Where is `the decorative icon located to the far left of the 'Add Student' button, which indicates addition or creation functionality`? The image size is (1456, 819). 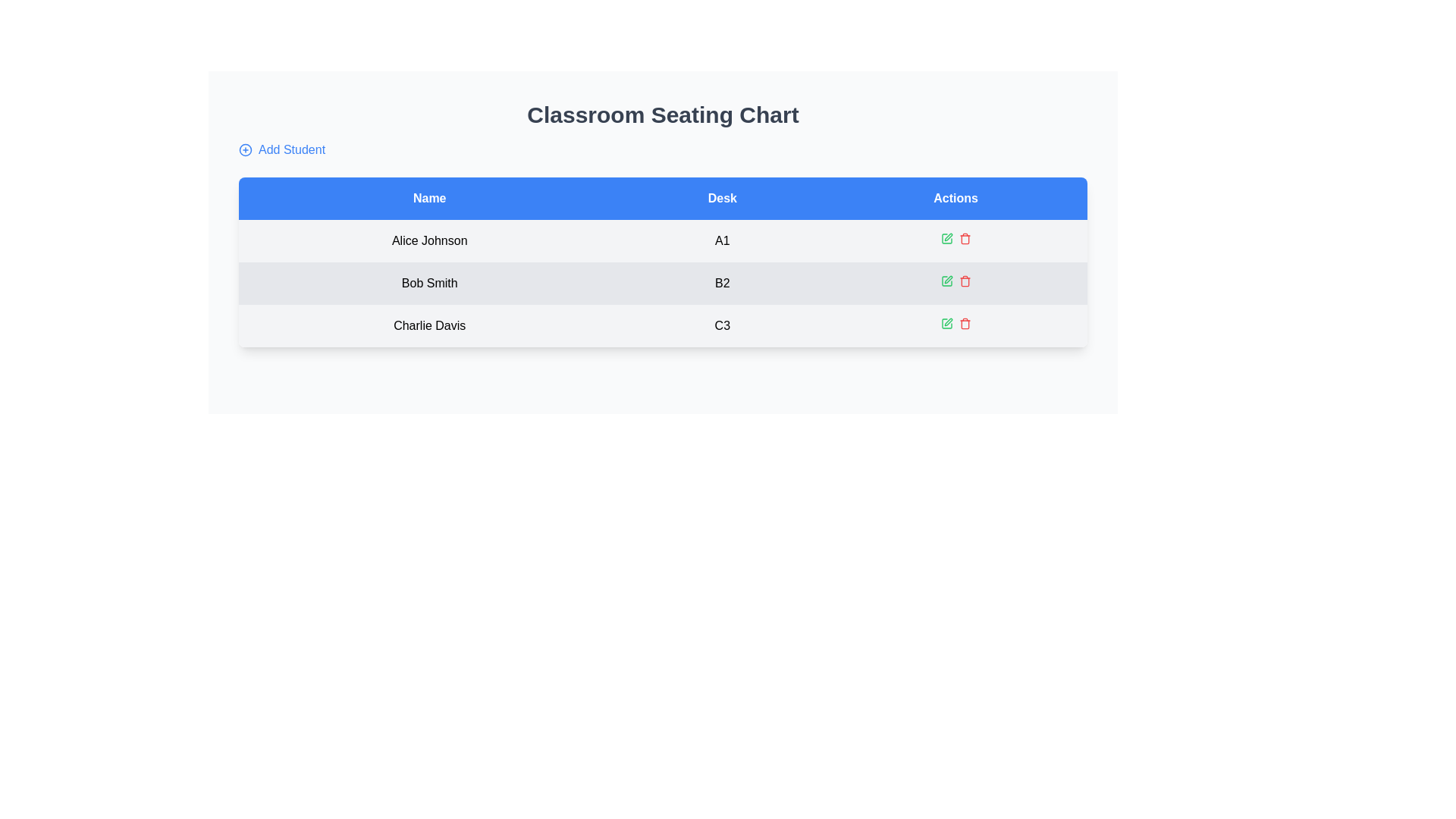 the decorative icon located to the far left of the 'Add Student' button, which indicates addition or creation functionality is located at coordinates (246, 149).